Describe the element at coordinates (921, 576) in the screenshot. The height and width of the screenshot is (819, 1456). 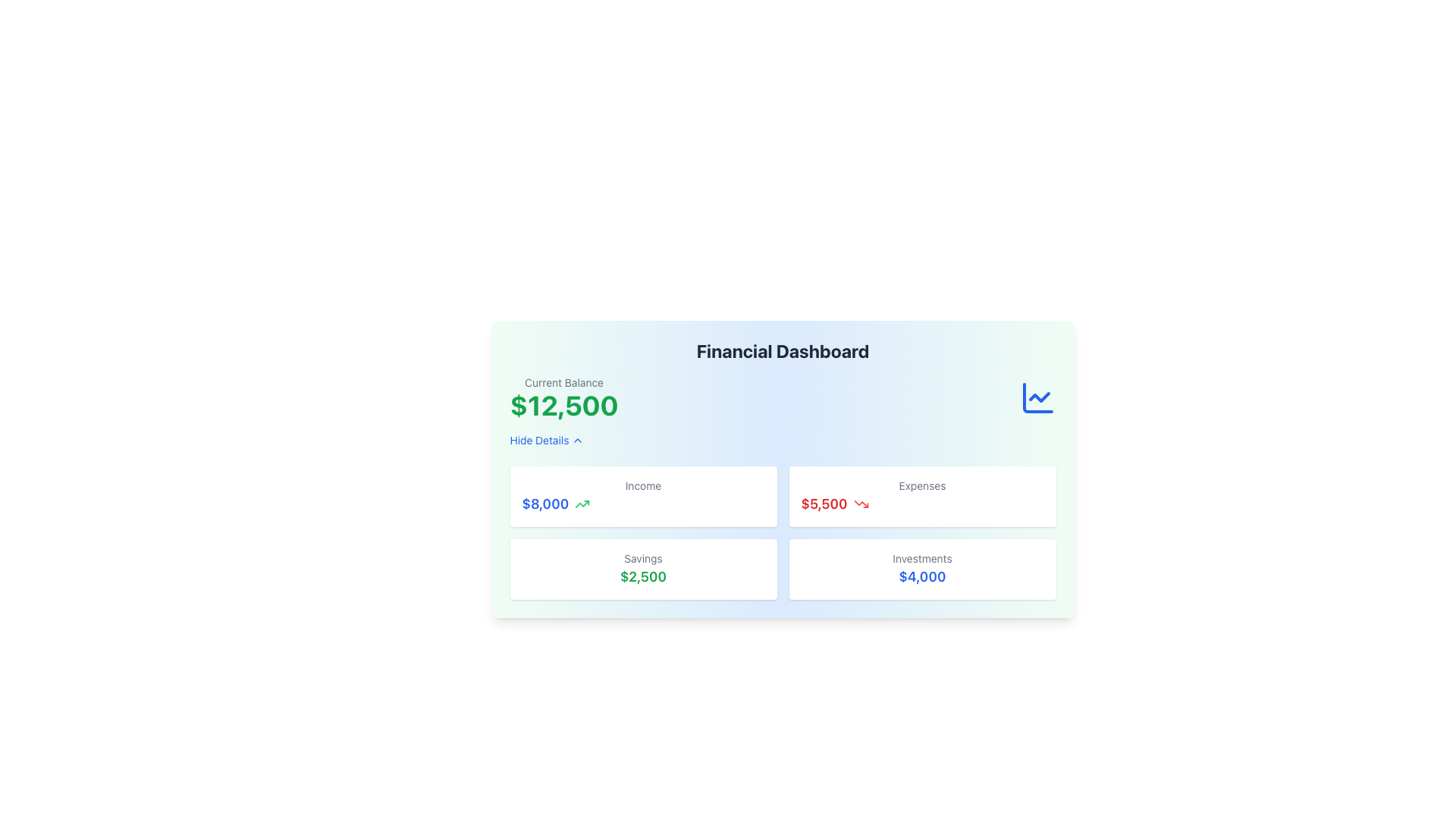
I see `the monetary value display of '$4,000' which is styled in bold, large blue font, located below the 'Investments' label in the lower-right card of the dashboard` at that location.